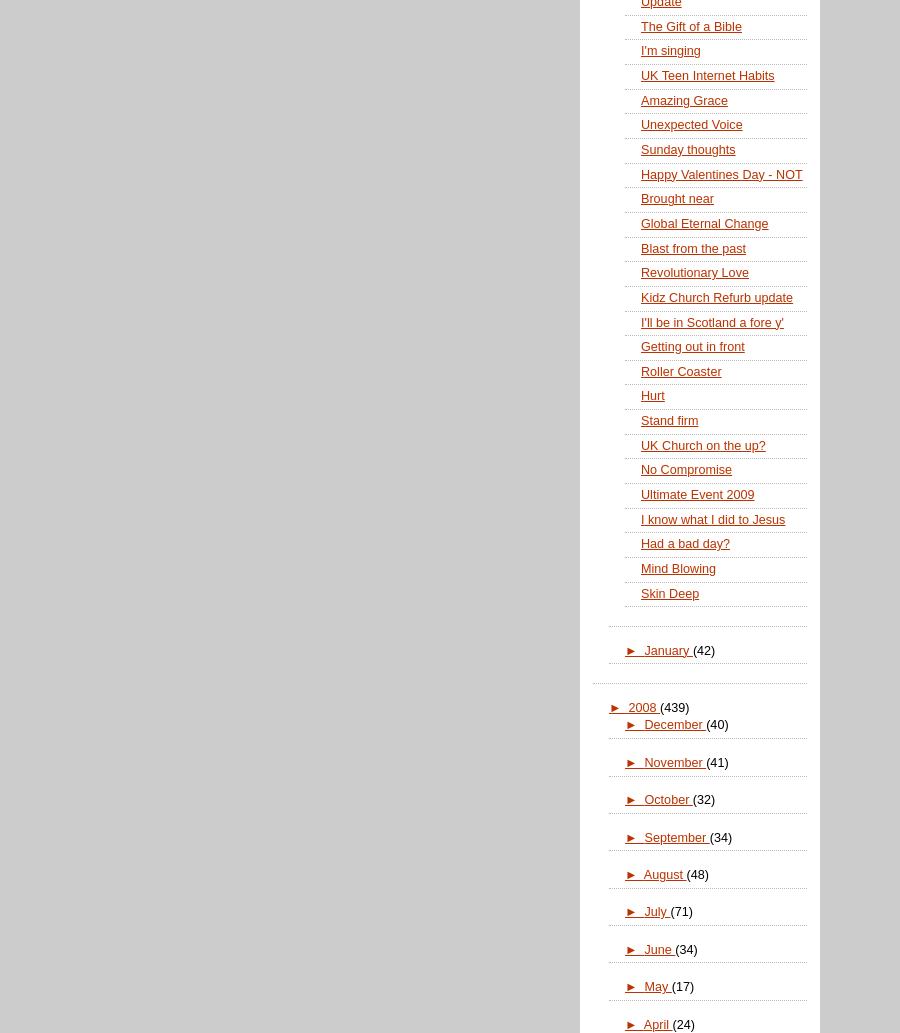 Image resolution: width=900 pixels, height=1033 pixels. I want to click on '(439)', so click(674, 706).